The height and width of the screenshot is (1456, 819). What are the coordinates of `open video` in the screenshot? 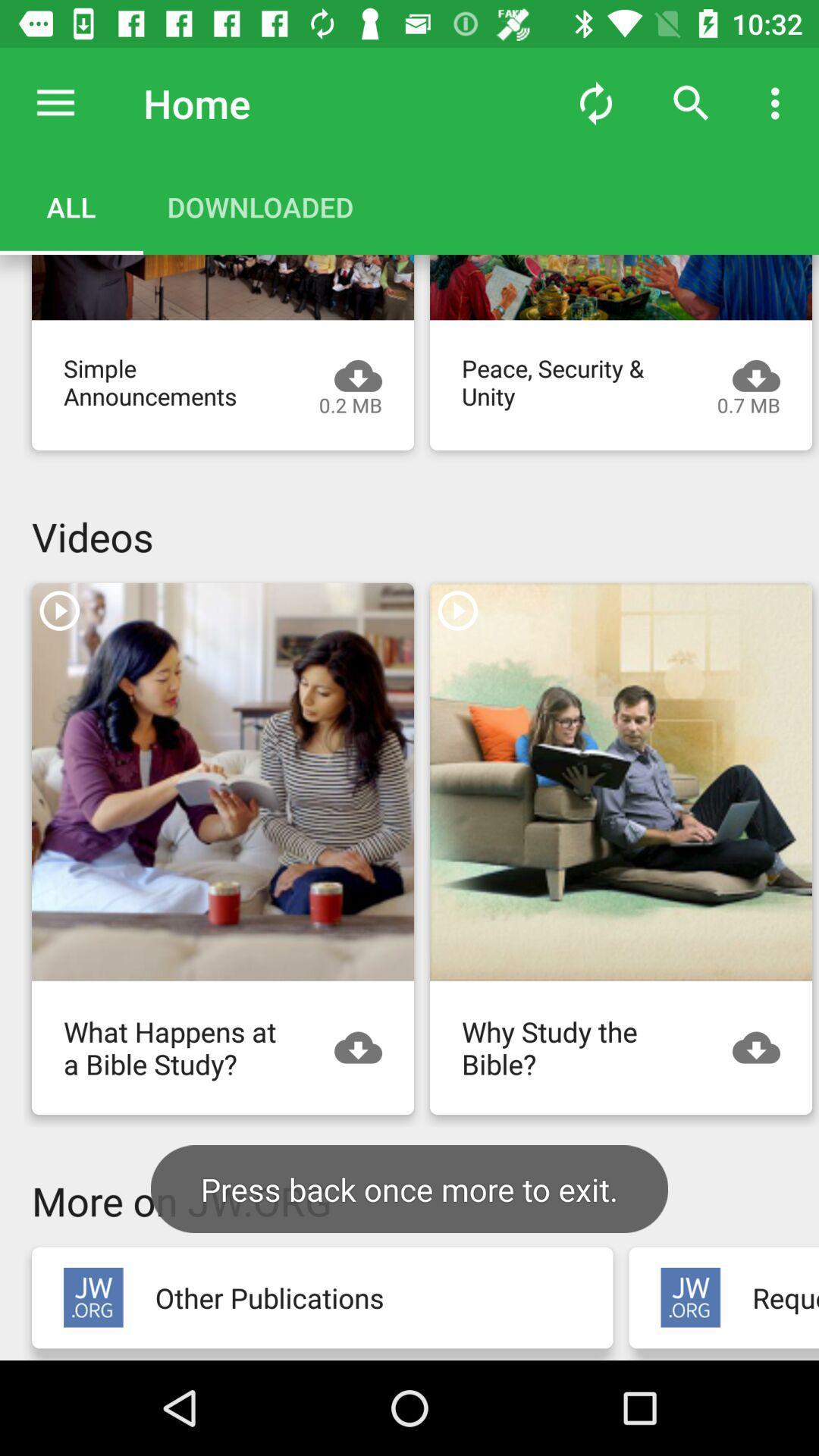 It's located at (620, 287).